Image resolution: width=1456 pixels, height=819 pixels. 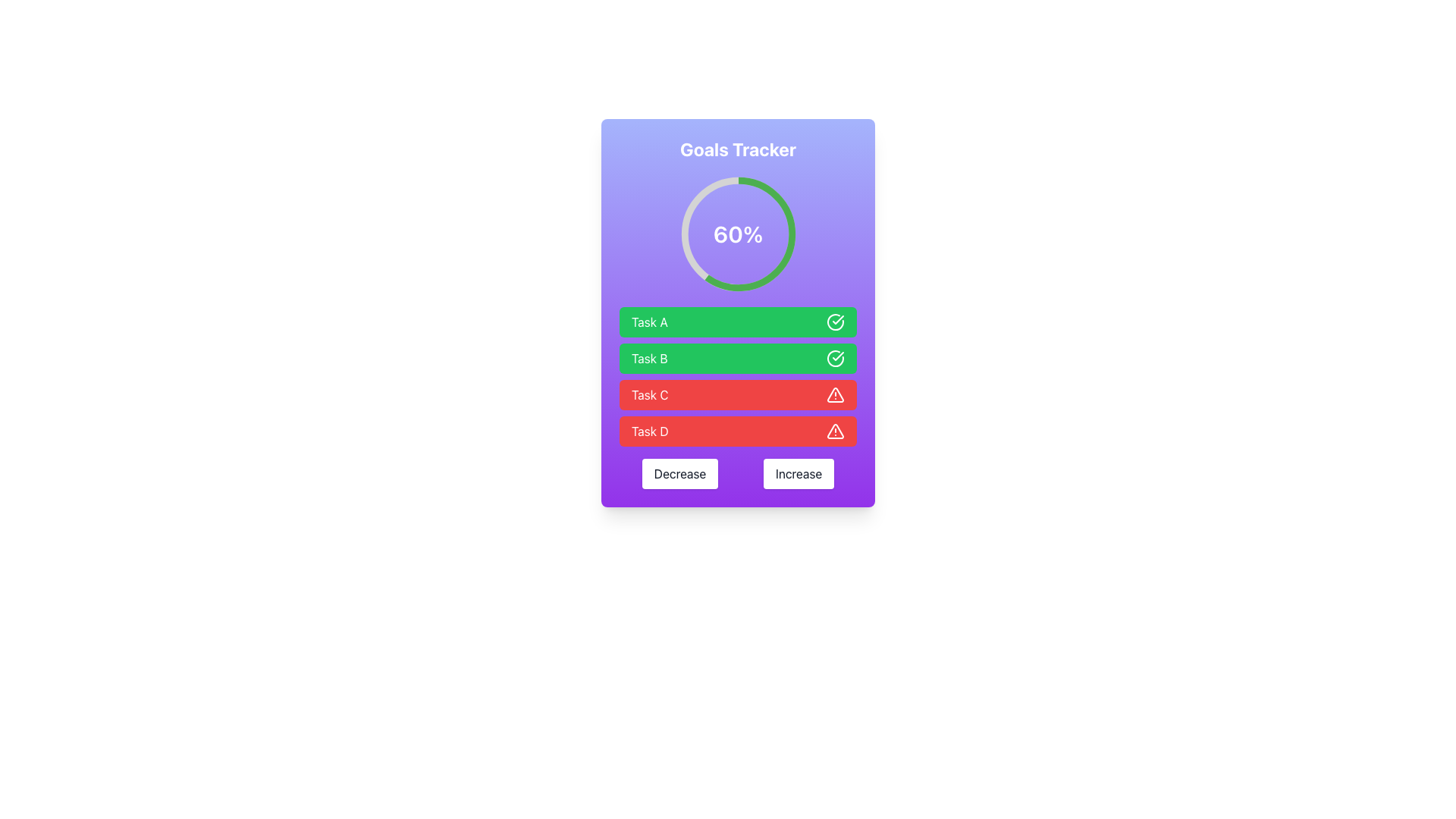 I want to click on the Text Label reading 'Task A', which is displayed in white text on a green background, located in the 'Goals Tracker' panel, so click(x=649, y=321).